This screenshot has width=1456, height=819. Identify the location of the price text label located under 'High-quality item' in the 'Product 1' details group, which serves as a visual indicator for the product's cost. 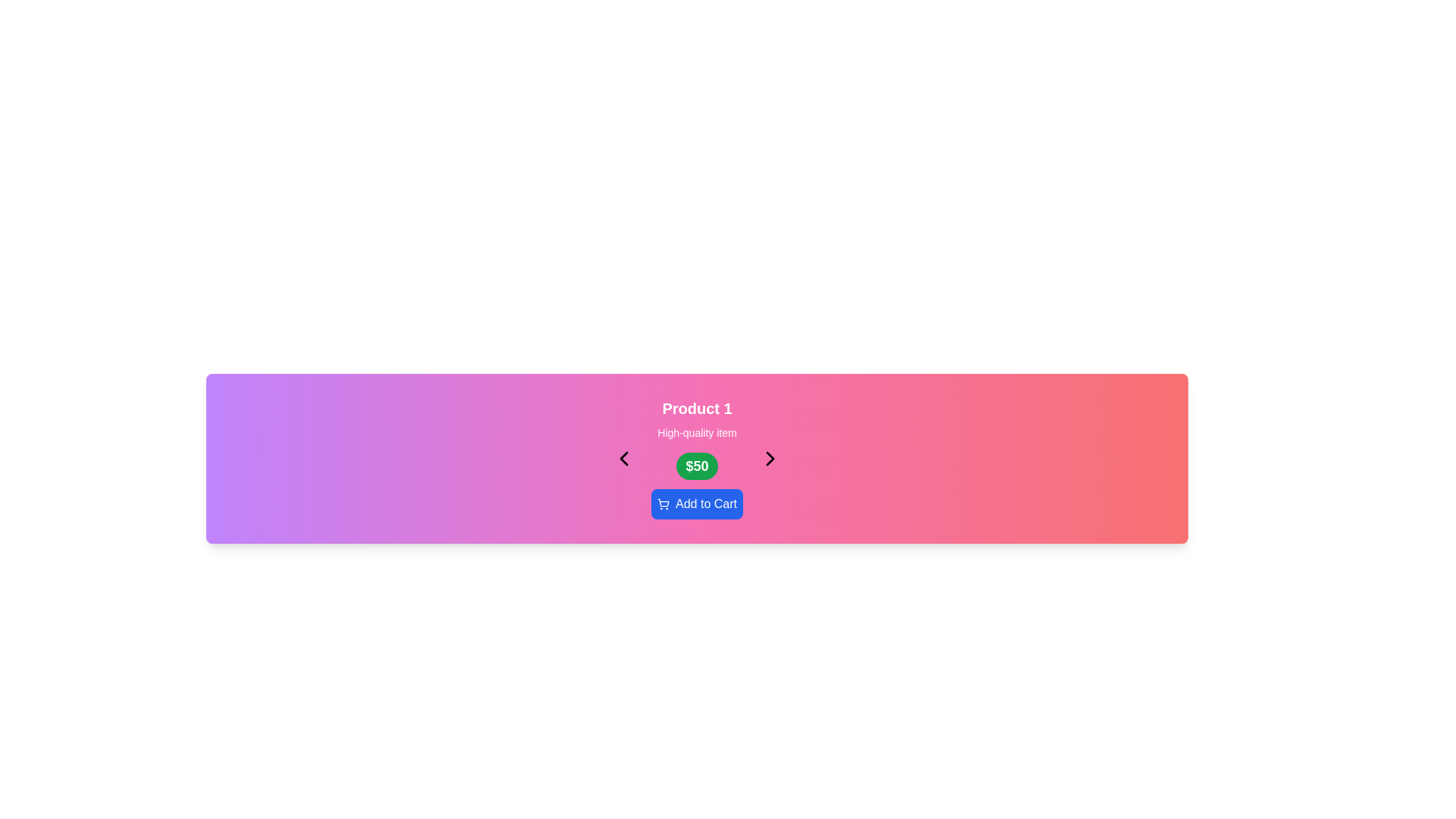
(696, 465).